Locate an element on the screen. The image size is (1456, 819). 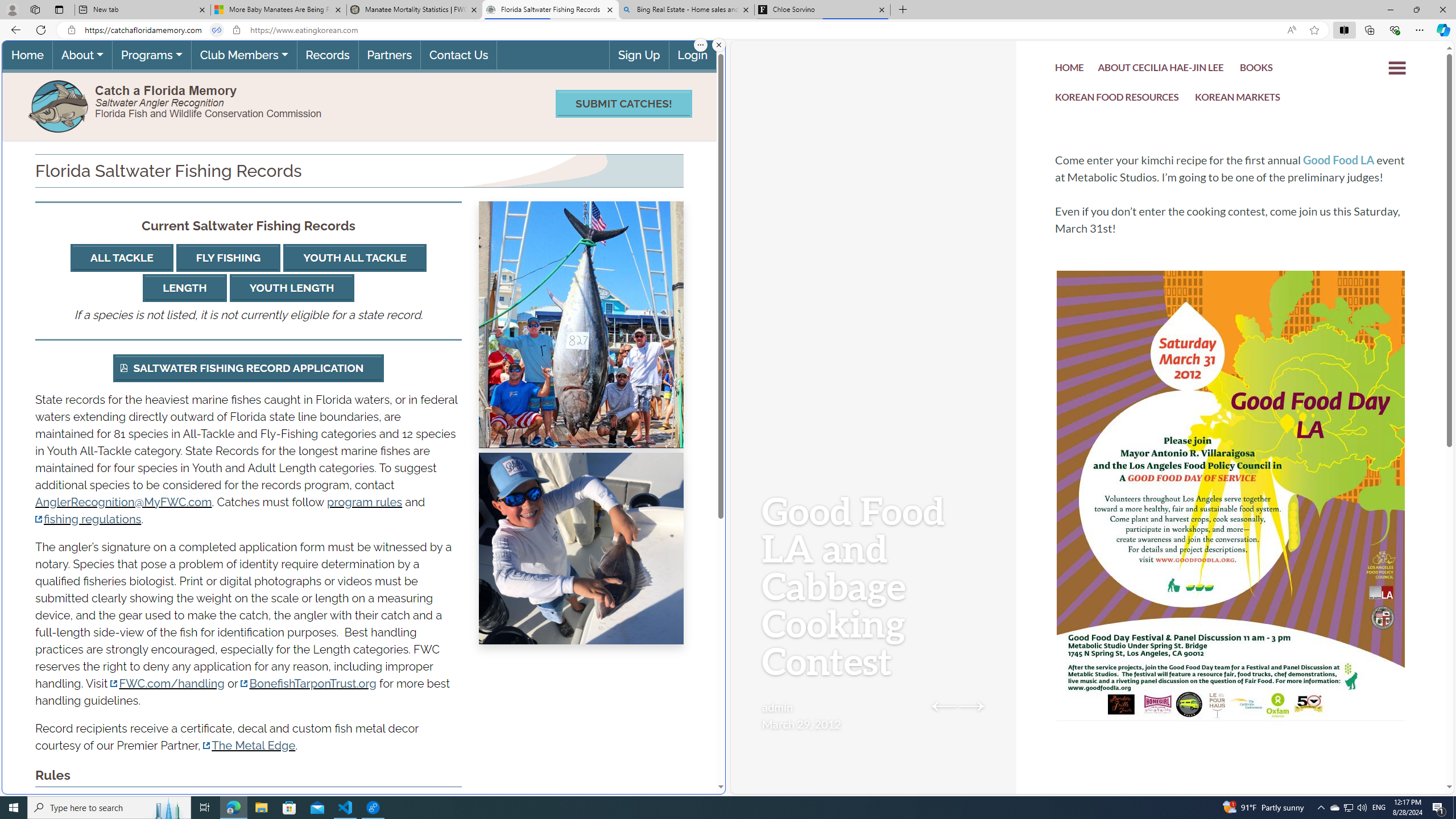
'good food la poster' is located at coordinates (1231, 530).